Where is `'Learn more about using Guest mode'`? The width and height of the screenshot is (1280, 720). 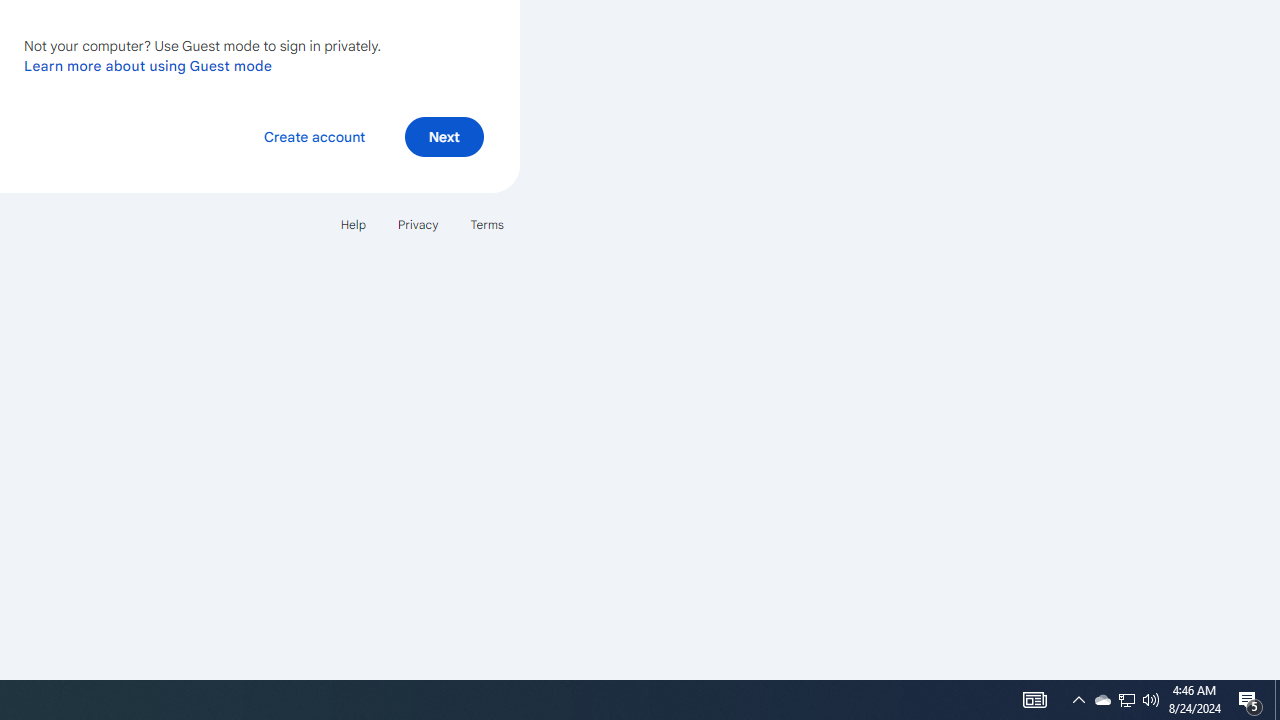
'Learn more about using Guest mode' is located at coordinates (147, 64).